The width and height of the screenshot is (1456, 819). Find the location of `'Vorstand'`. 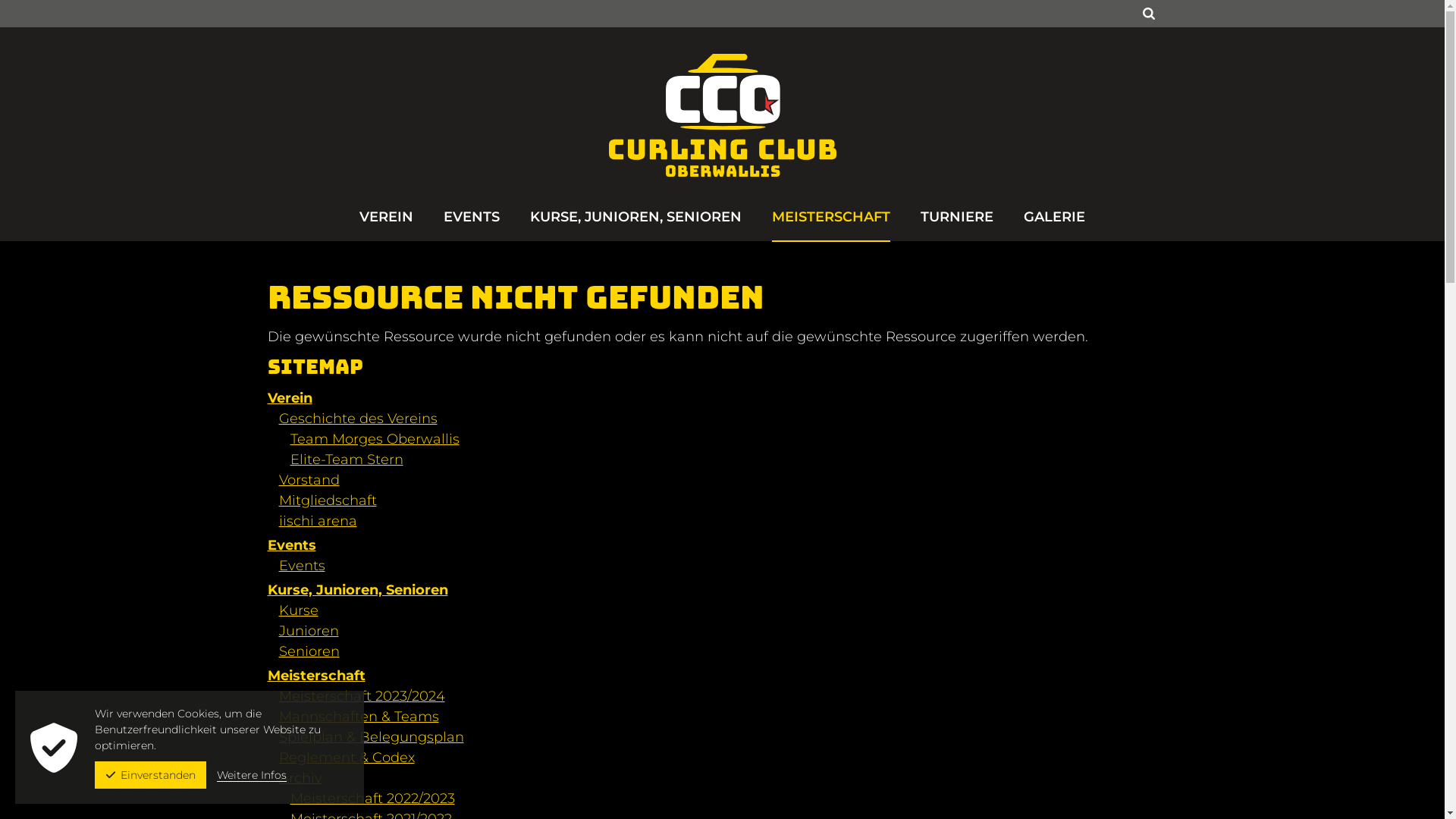

'Vorstand' is located at coordinates (309, 479).